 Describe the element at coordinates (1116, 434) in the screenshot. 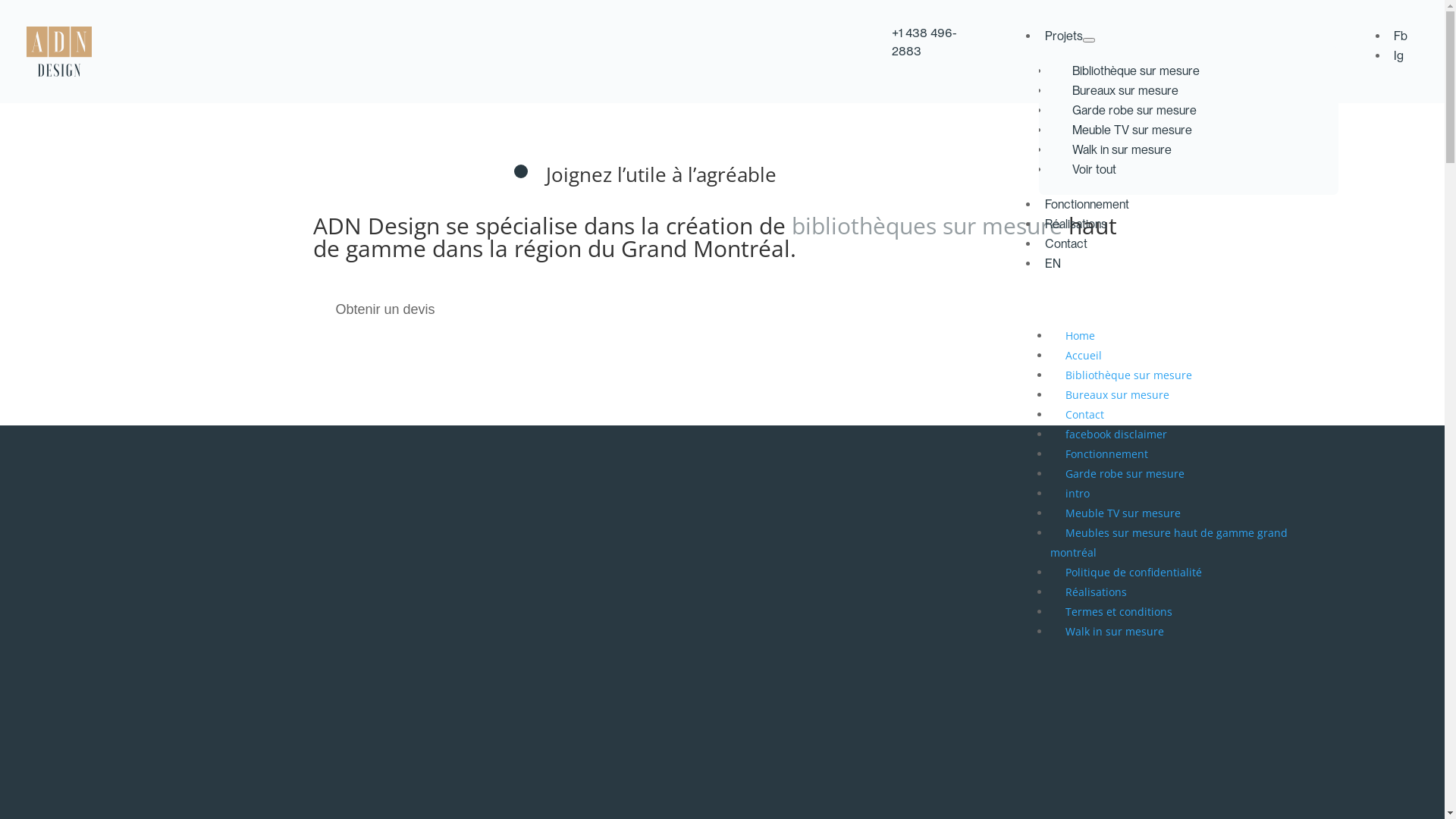

I see `'facebook disclaimer'` at that location.